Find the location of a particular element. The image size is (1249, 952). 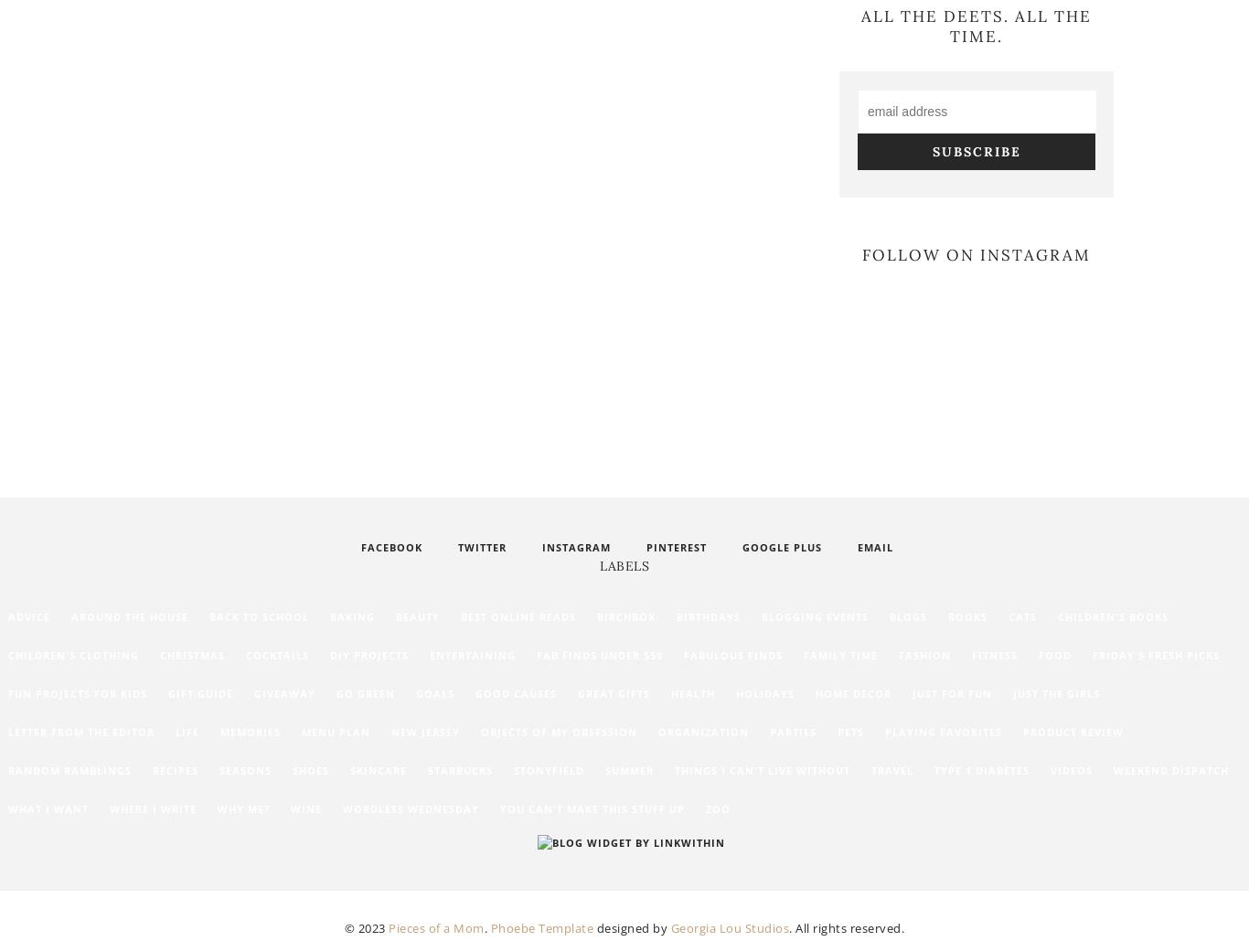

'Holidays' is located at coordinates (763, 693).